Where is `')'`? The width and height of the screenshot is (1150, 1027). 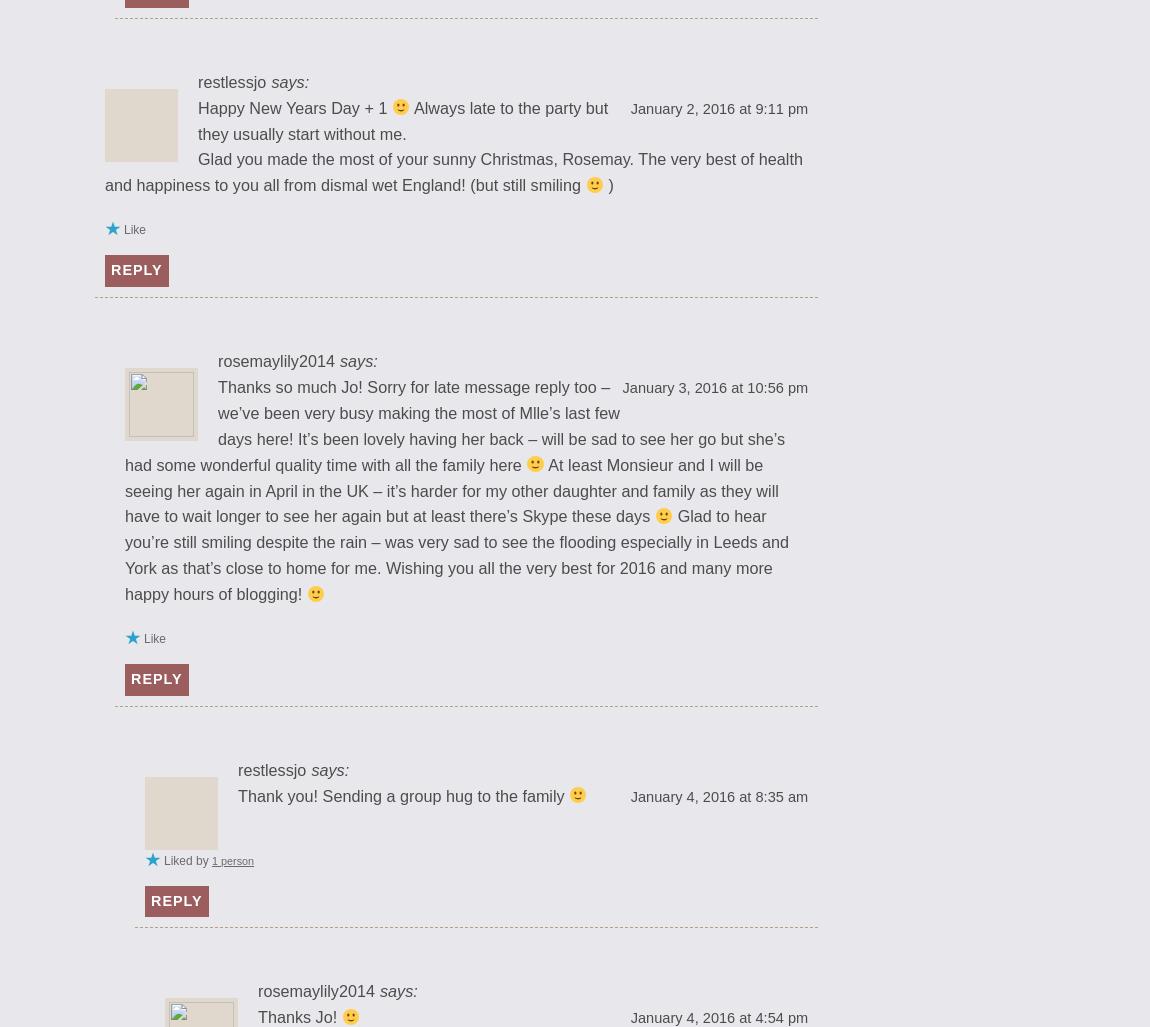 ')' is located at coordinates (607, 183).